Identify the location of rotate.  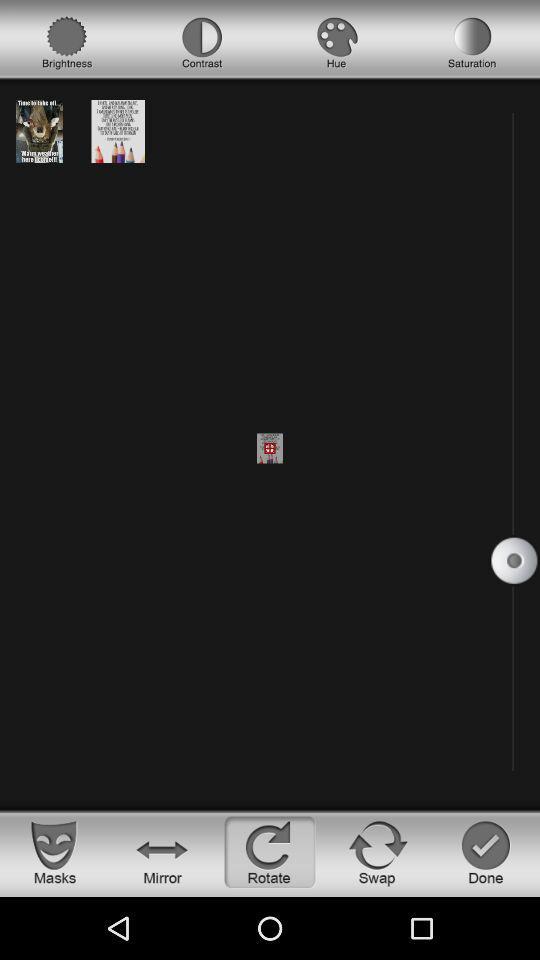
(270, 851).